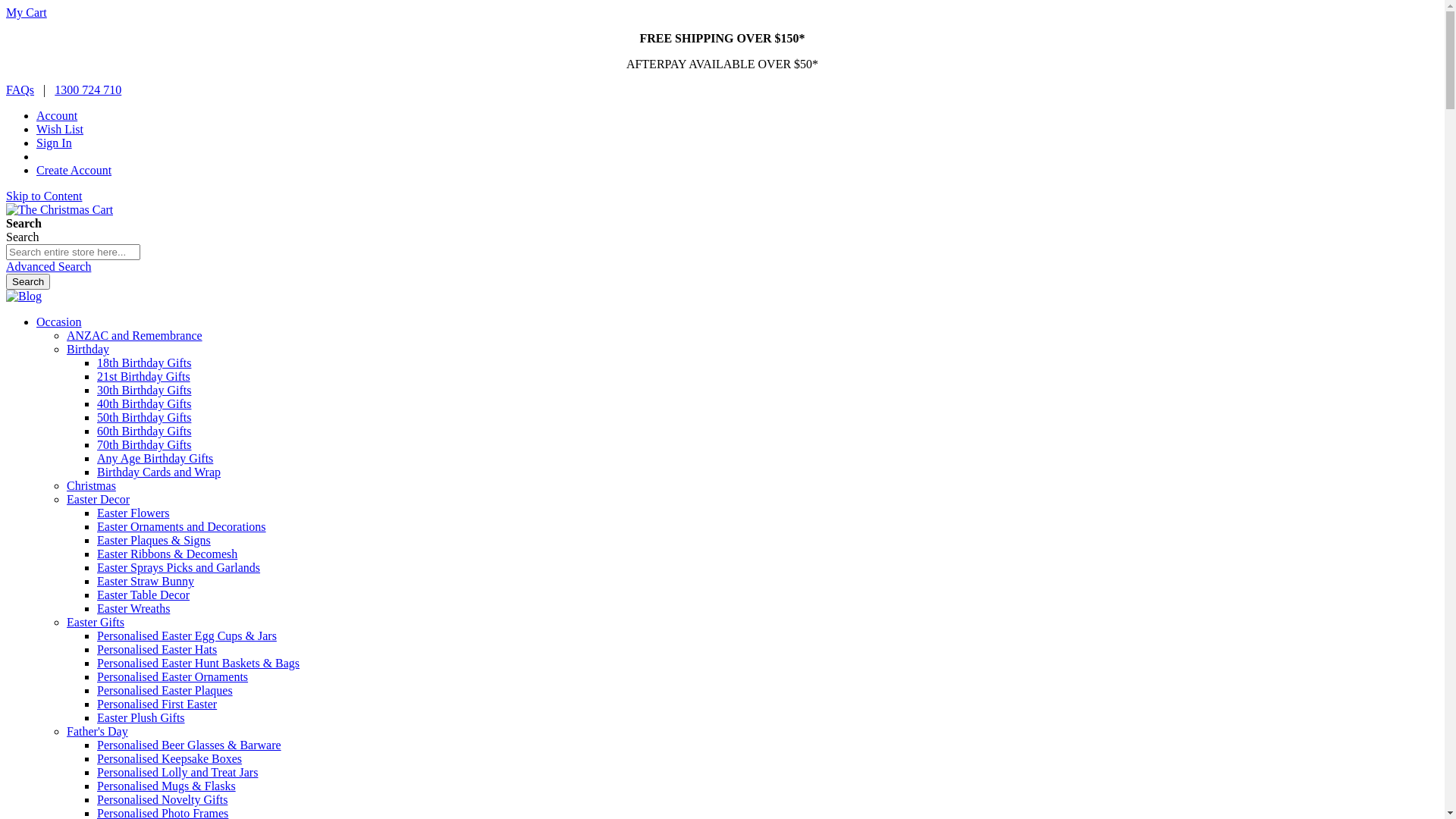 The width and height of the screenshot is (1456, 819). What do you see at coordinates (6, 281) in the screenshot?
I see `'Search'` at bounding box center [6, 281].